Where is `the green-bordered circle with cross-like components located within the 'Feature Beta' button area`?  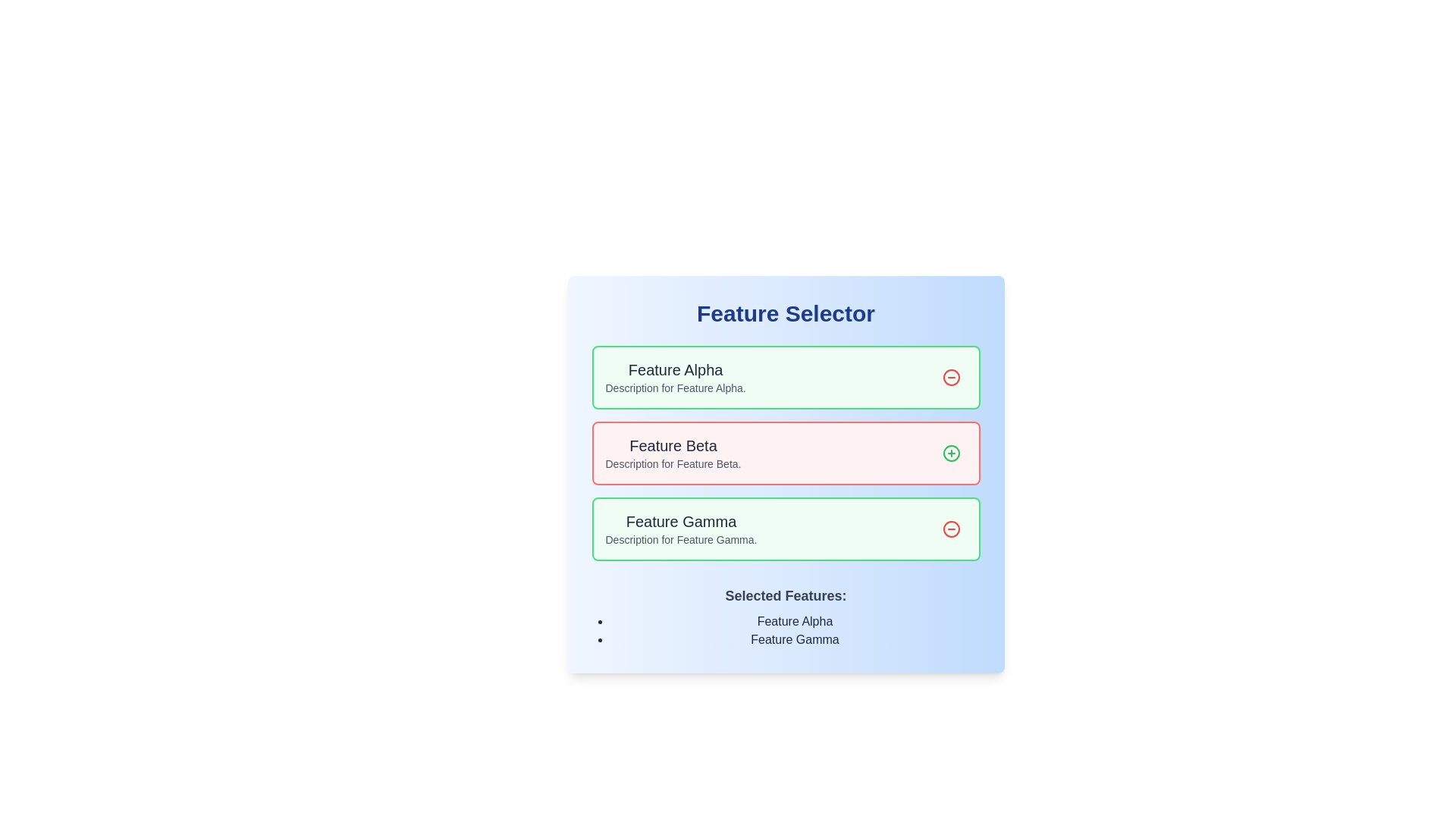
the green-bordered circle with cross-like components located within the 'Feature Beta' button area is located at coordinates (950, 452).